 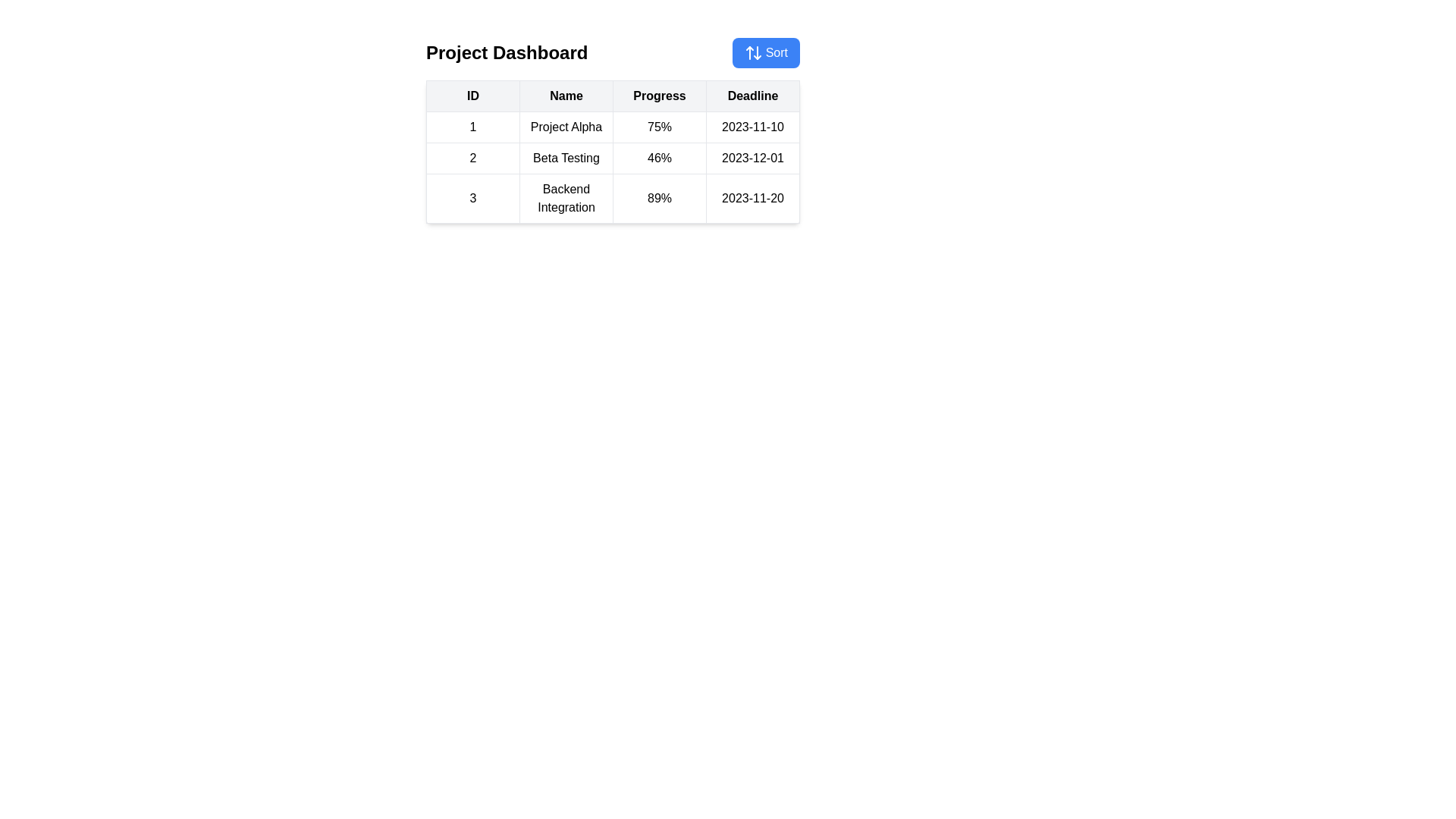 What do you see at coordinates (753, 127) in the screenshot?
I see `the static text displaying the deadline date for the project in the first row of the table, located in the 'Deadline' column, aligned with 'Project Alpha'` at bounding box center [753, 127].